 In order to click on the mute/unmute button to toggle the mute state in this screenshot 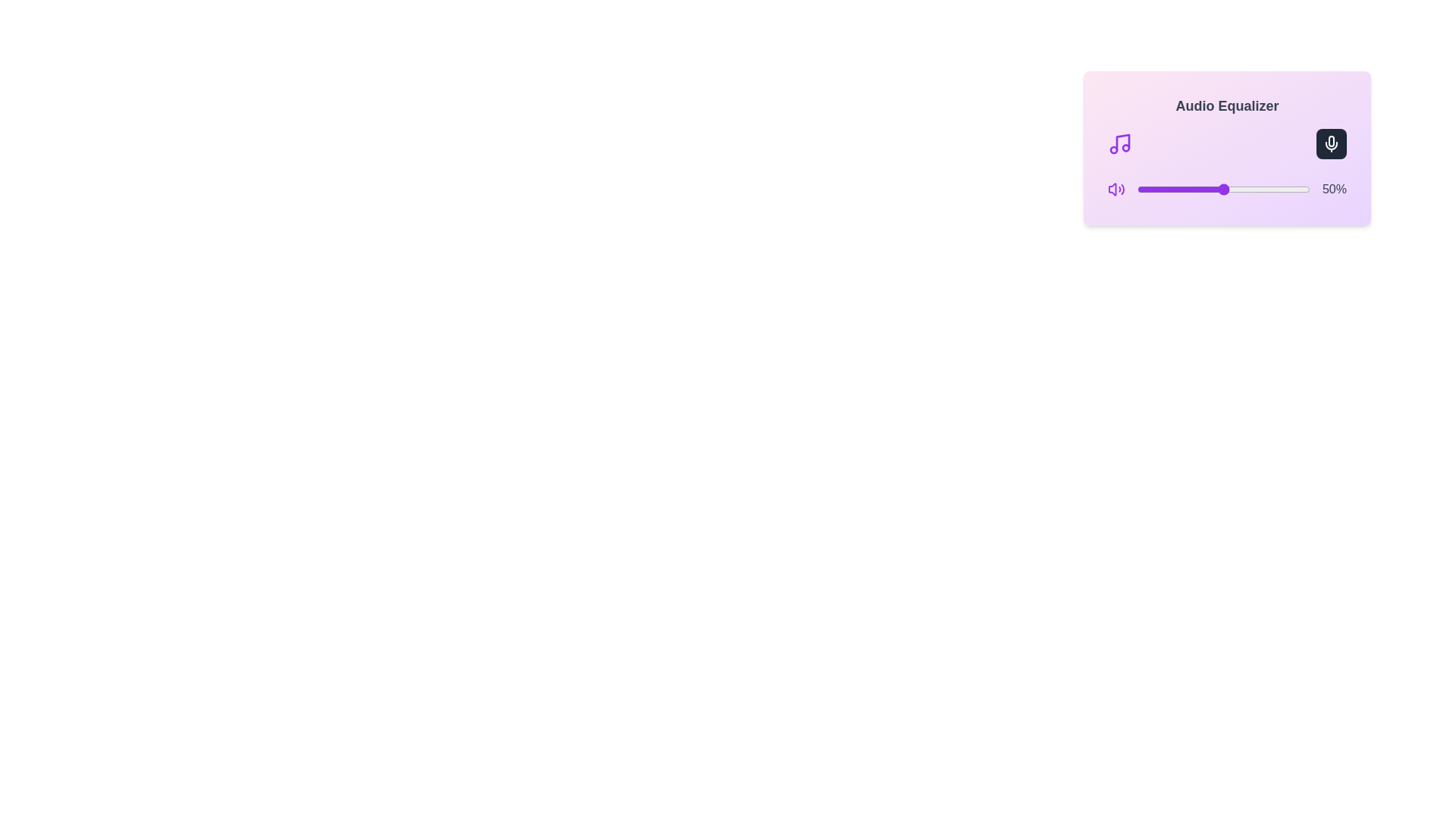, I will do `click(1331, 143)`.